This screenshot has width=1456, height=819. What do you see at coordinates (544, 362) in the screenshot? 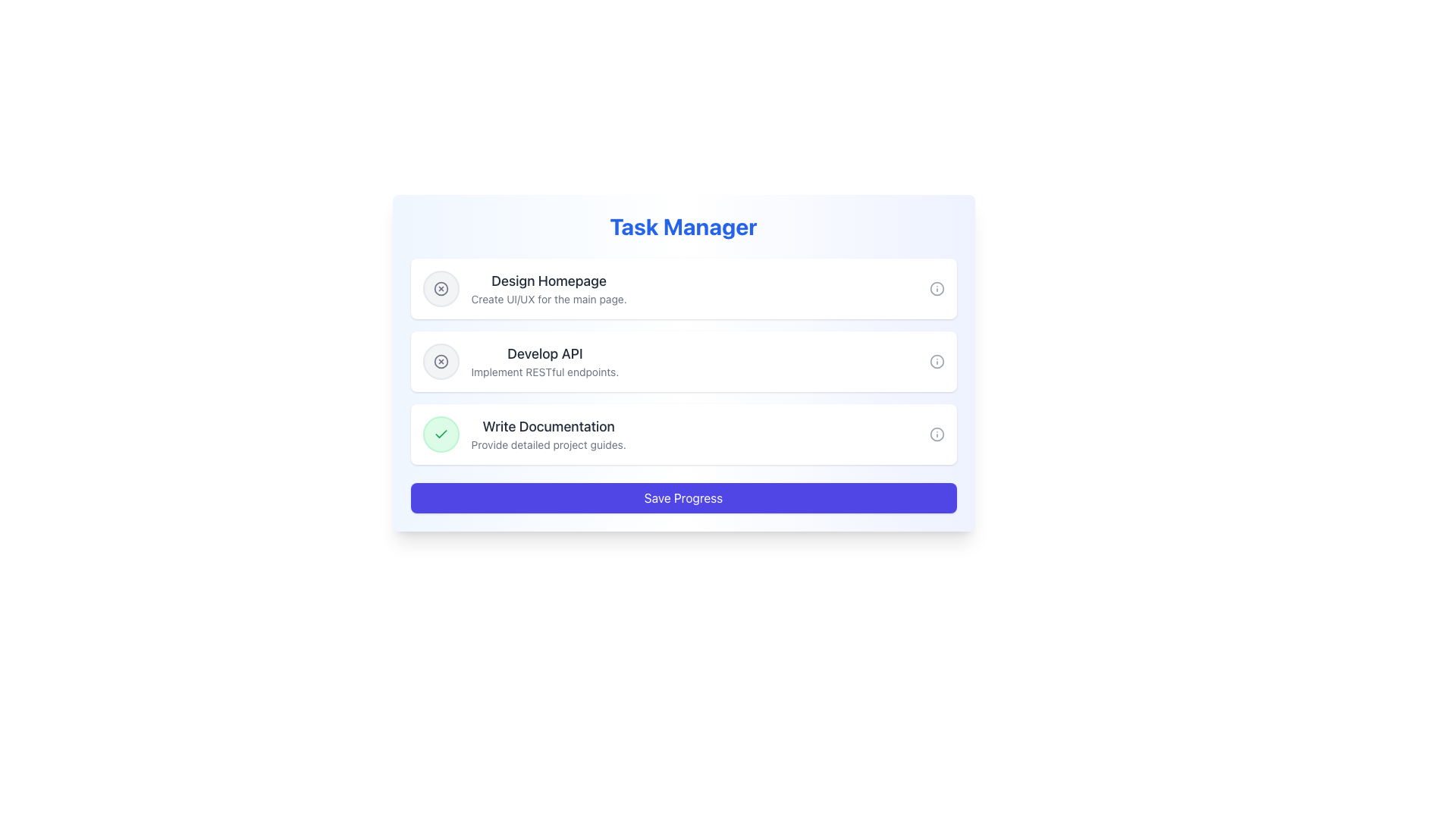
I see `the static text label for the task 'Develop API' in the Task Manager interface, which is positioned as the second task in a vertical list` at bounding box center [544, 362].